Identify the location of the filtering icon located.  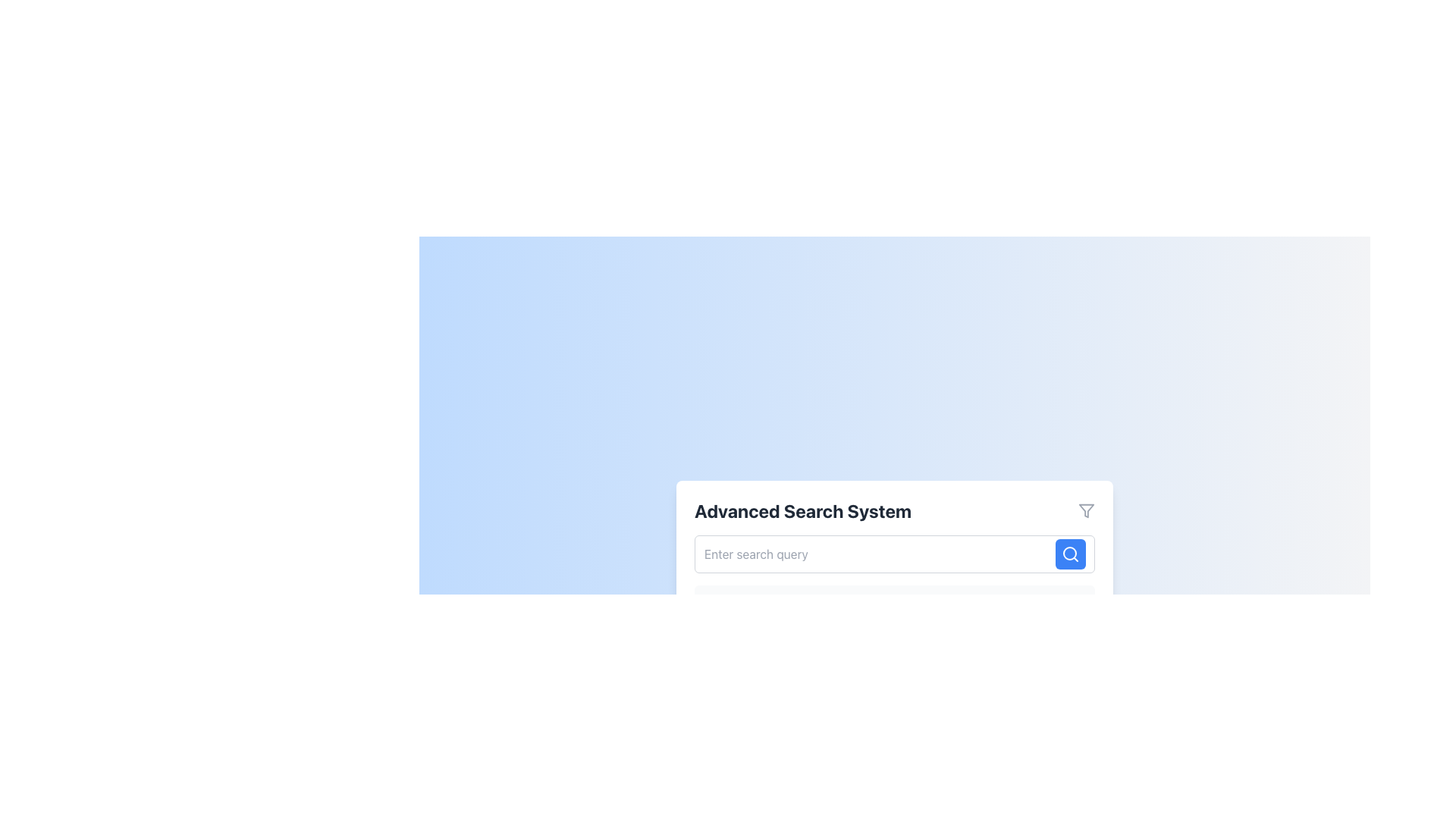
(1086, 511).